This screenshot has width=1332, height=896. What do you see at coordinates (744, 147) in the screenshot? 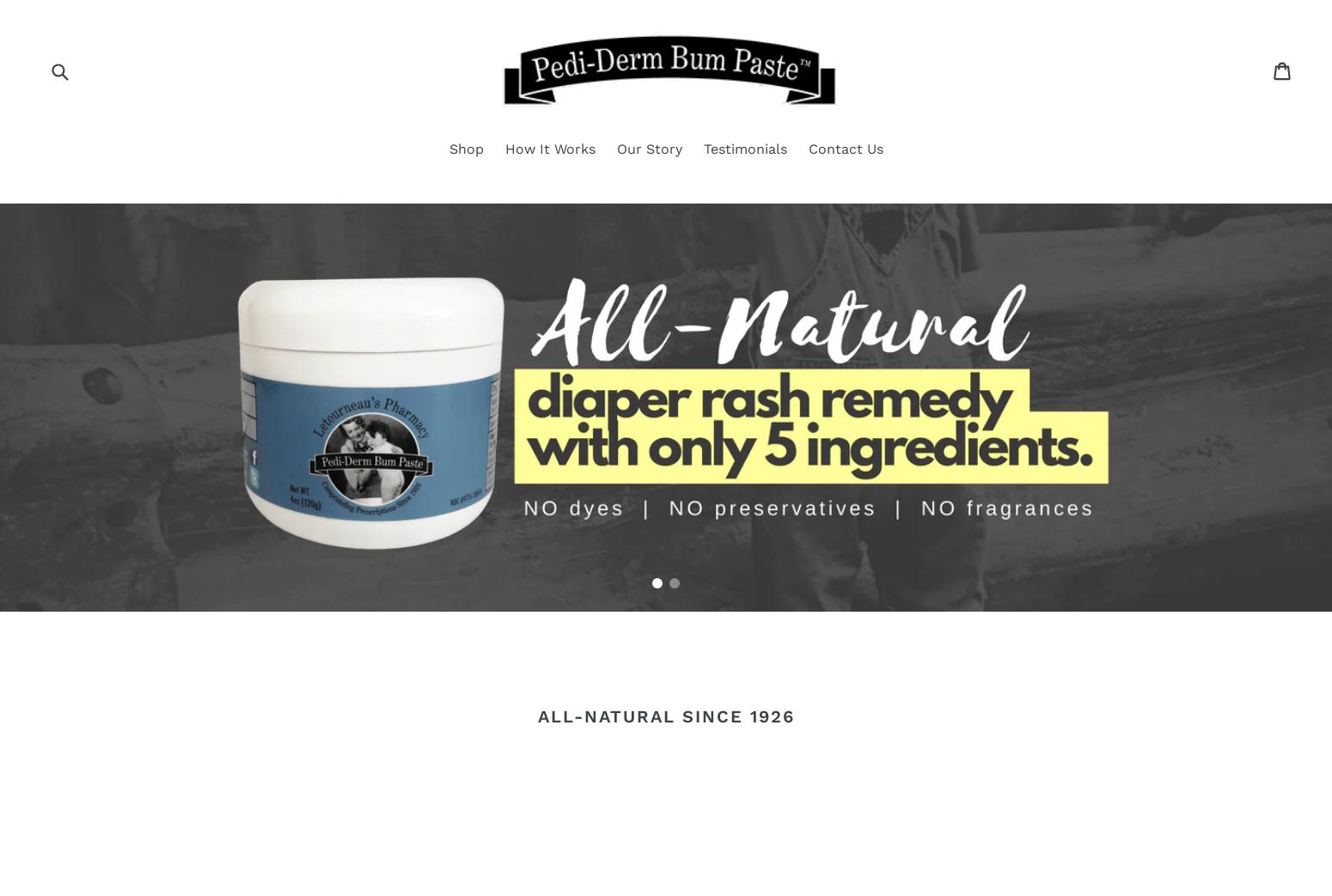
I see `'Testimonials'` at bounding box center [744, 147].